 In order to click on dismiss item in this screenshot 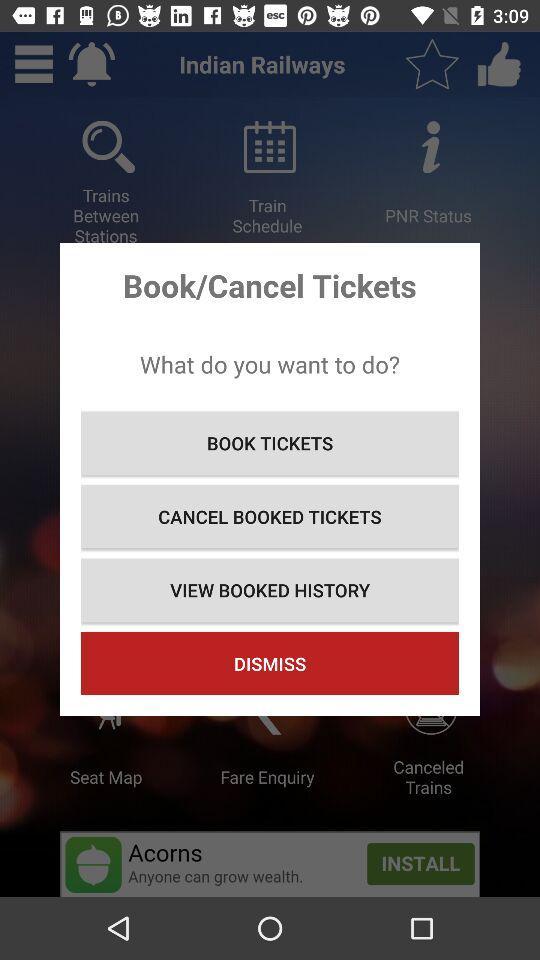, I will do `click(270, 663)`.